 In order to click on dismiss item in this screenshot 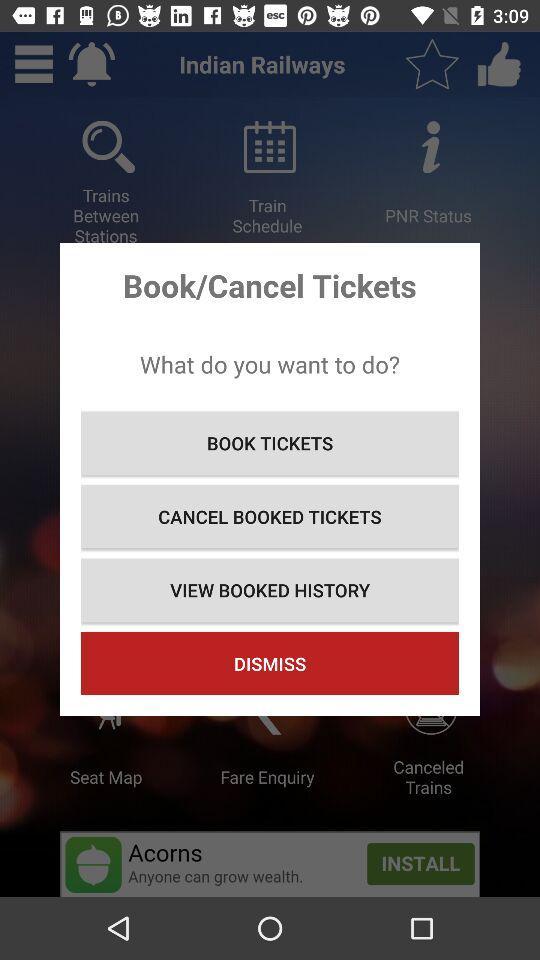, I will do `click(270, 663)`.